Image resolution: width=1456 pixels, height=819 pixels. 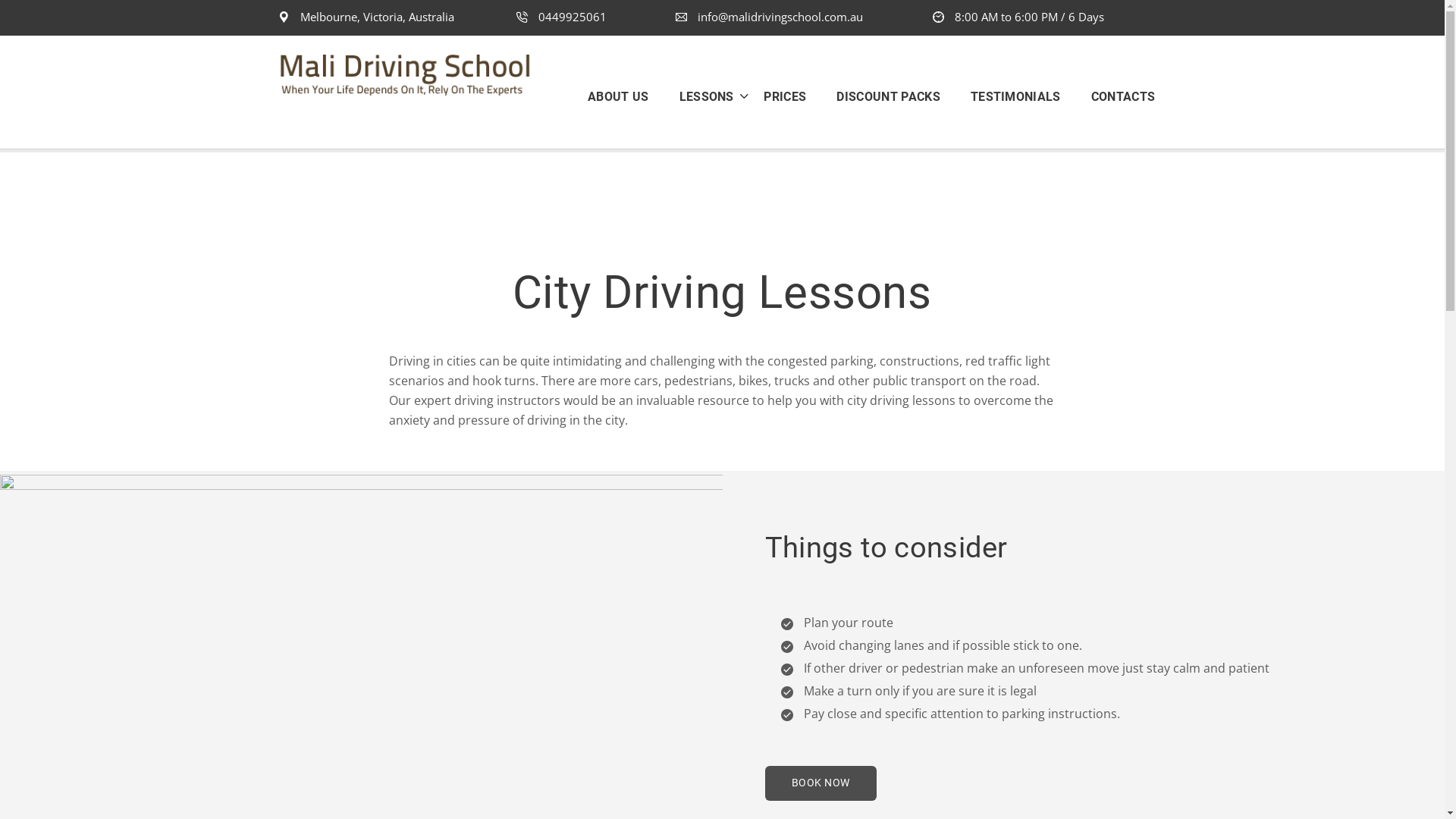 What do you see at coordinates (560, 17) in the screenshot?
I see `'0449925061'` at bounding box center [560, 17].